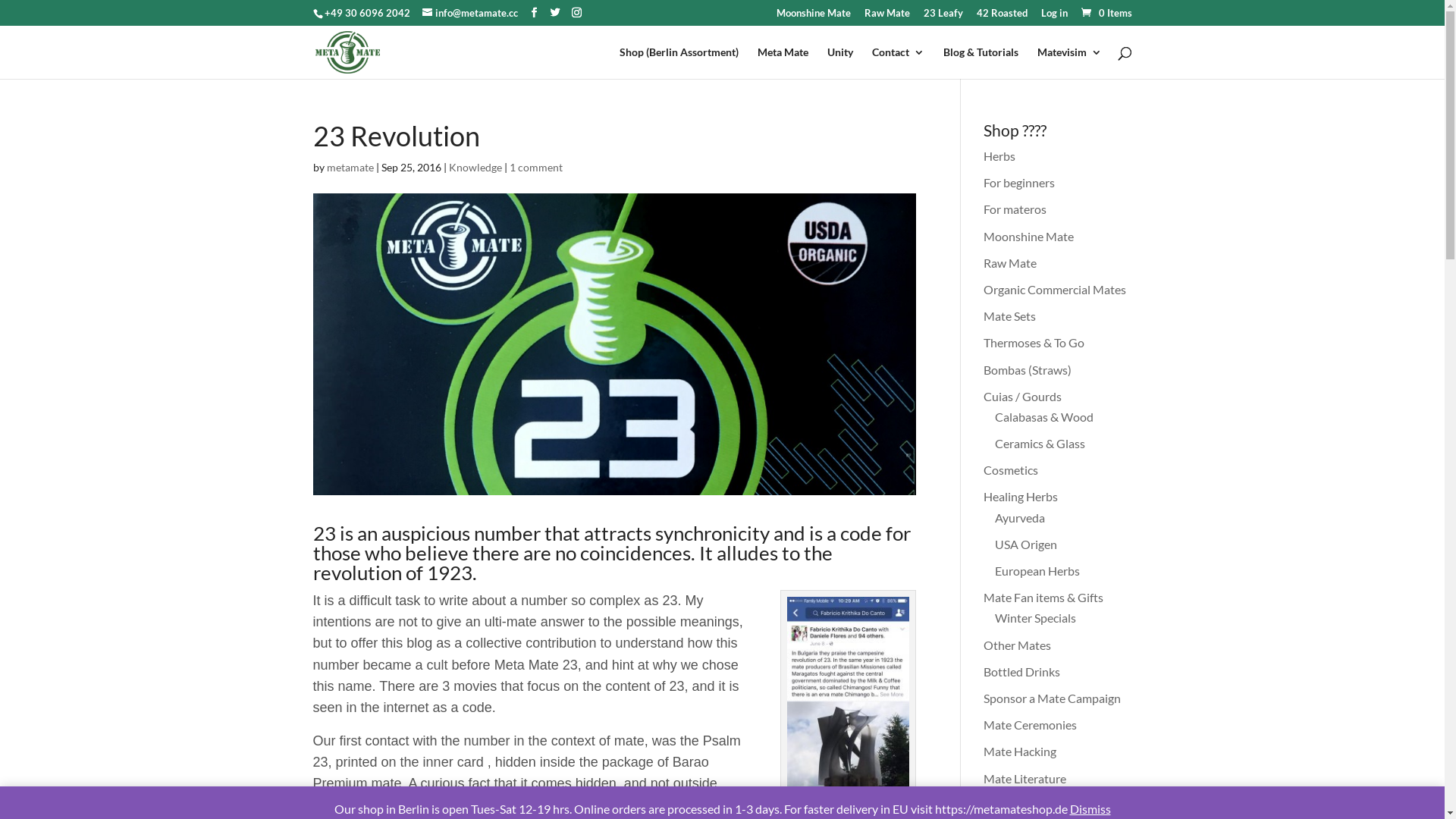 Image resolution: width=1456 pixels, height=819 pixels. Describe the element at coordinates (1053, 17) in the screenshot. I see `'Log in'` at that location.